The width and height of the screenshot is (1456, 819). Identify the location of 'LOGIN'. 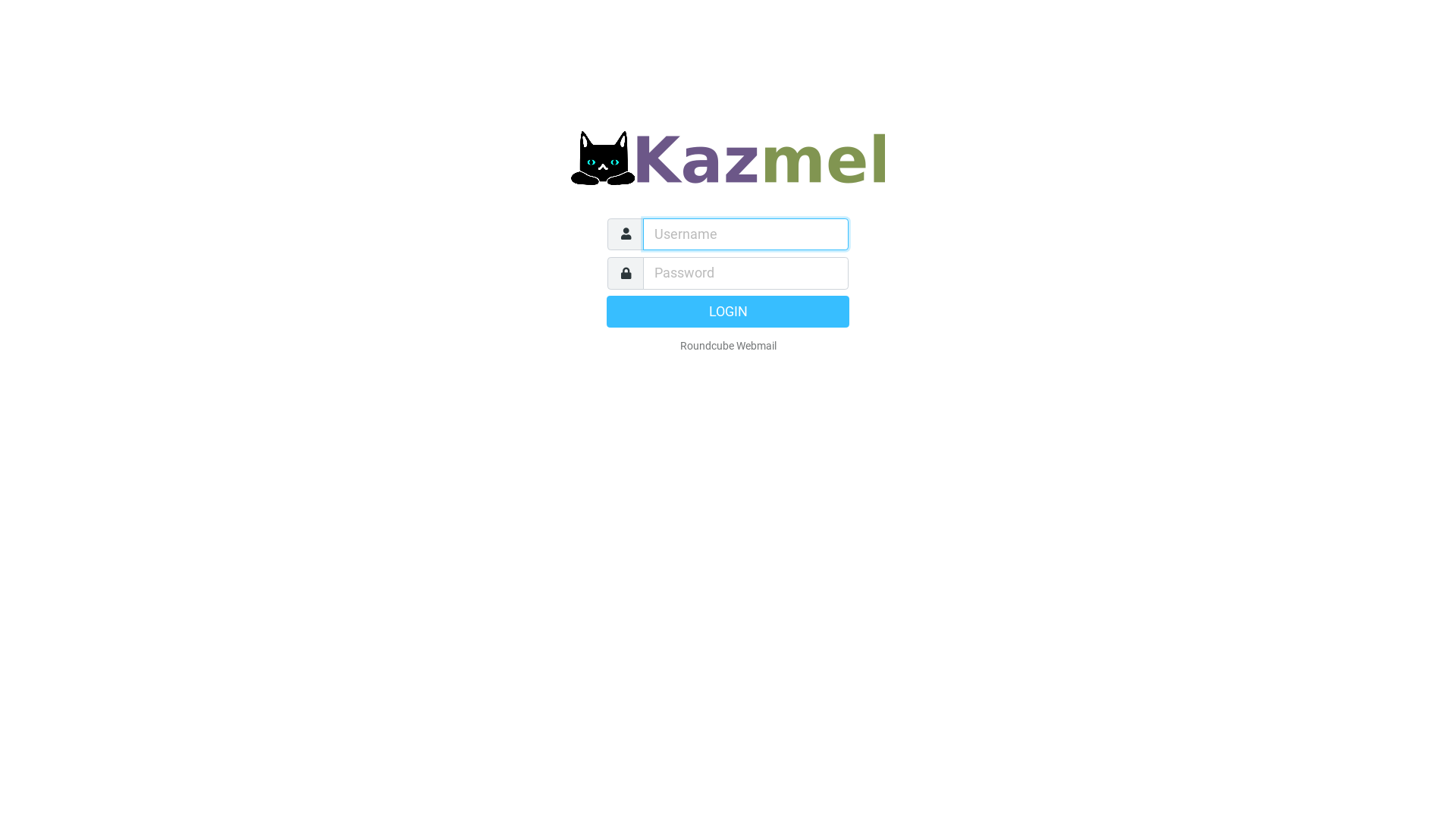
(728, 311).